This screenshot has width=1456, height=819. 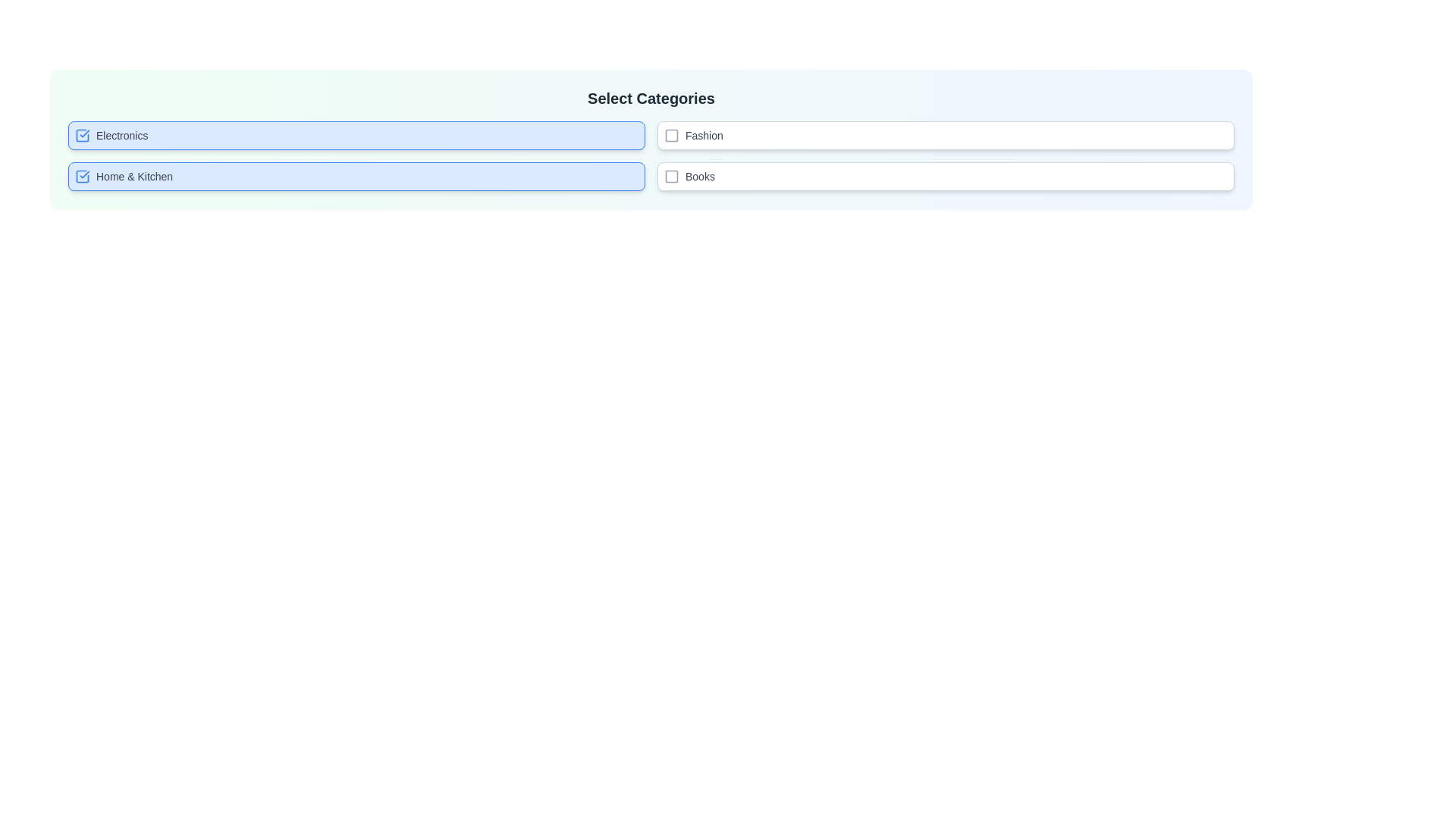 What do you see at coordinates (134, 175) in the screenshot?
I see `the text label saying 'Home & Kitchen', which is styled with a small and medium font weight, gray color, and located within a blue highlighted button area, positioned beneath 'Electronics'` at bounding box center [134, 175].